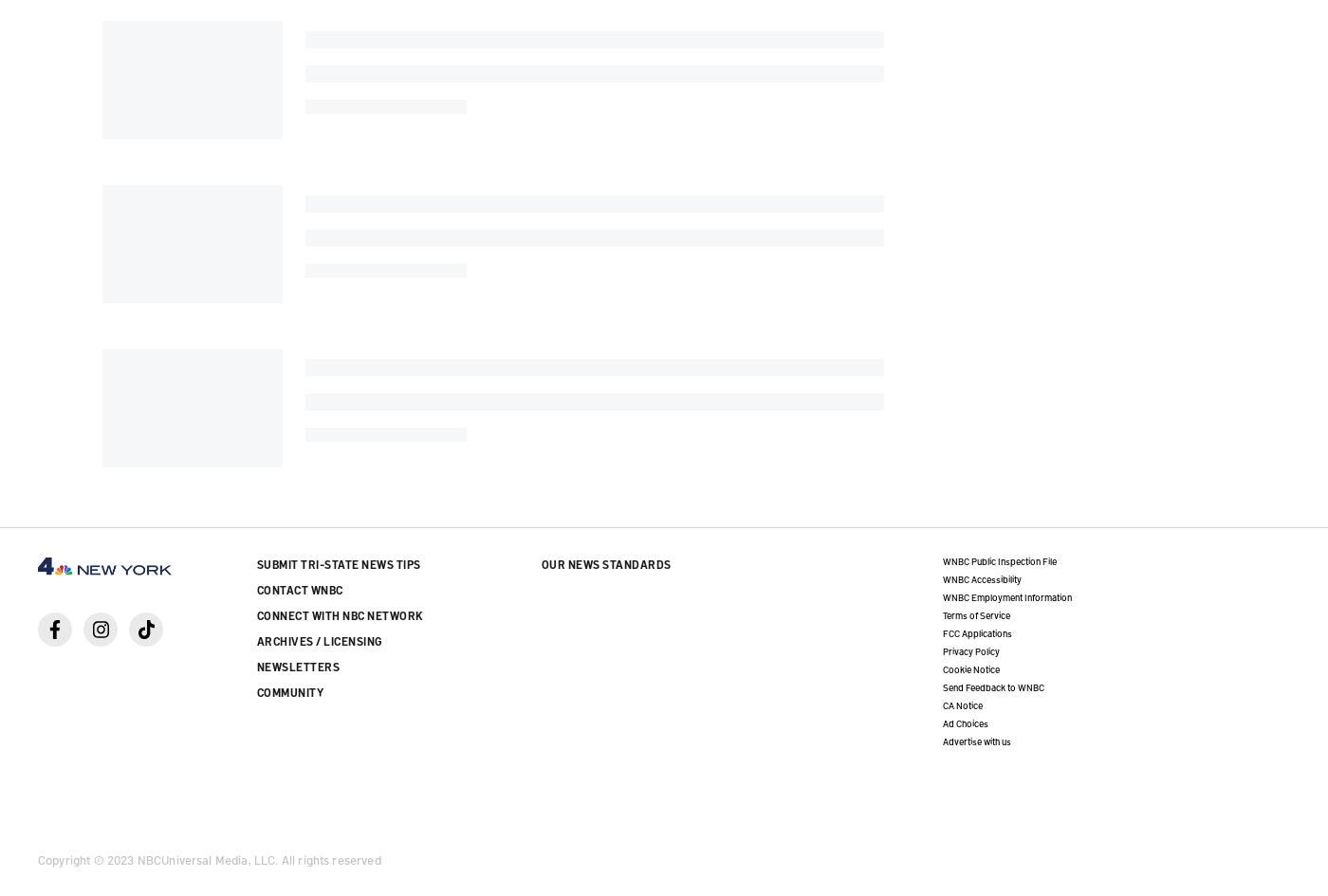 This screenshot has width=1328, height=896. What do you see at coordinates (605, 563) in the screenshot?
I see `'Our News Standards'` at bounding box center [605, 563].